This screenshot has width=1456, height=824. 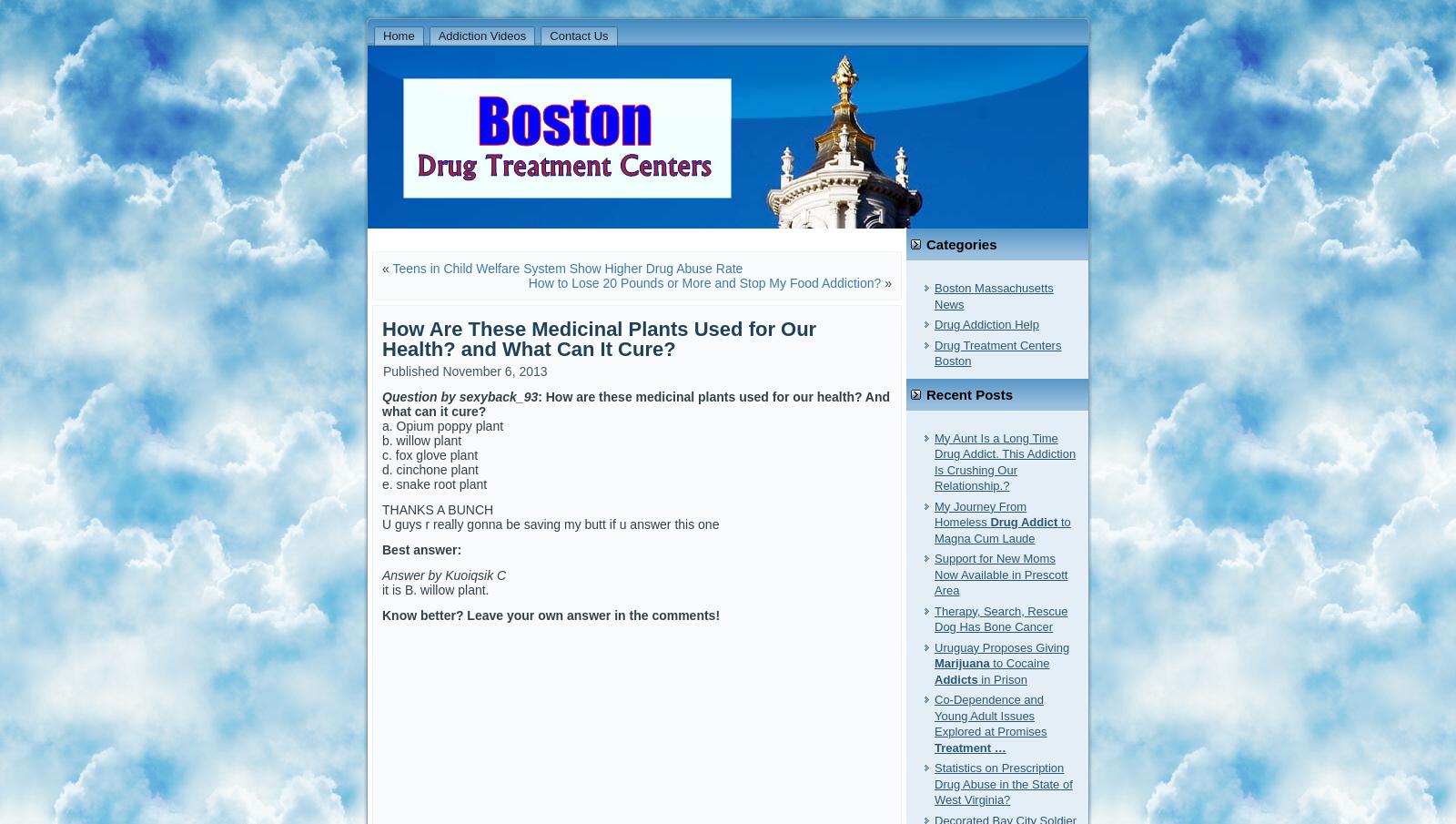 I want to click on 'Uruguay Proposes Giving', so click(x=1001, y=646).